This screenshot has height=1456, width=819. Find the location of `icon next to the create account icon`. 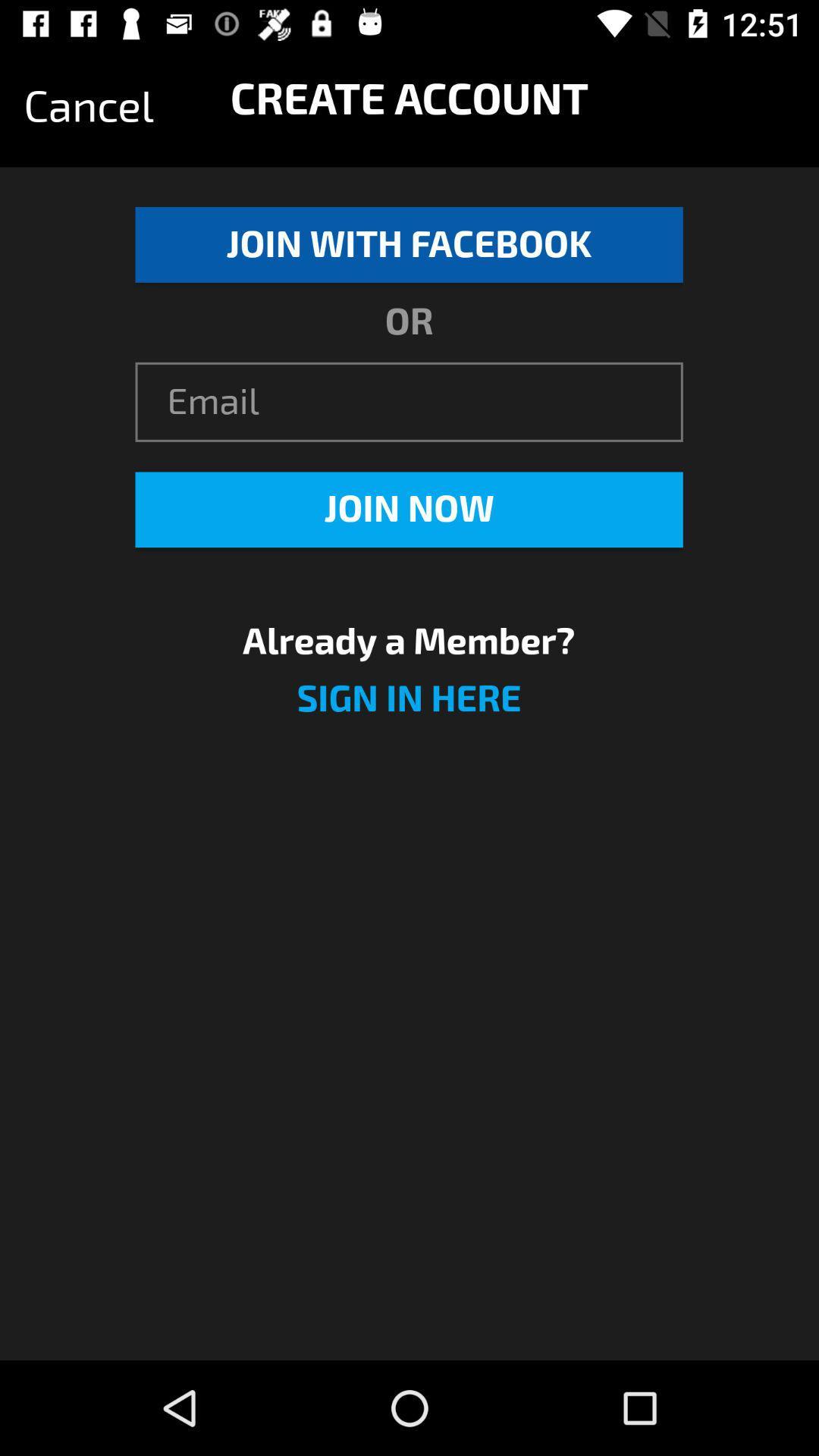

icon next to the create account icon is located at coordinates (89, 106).